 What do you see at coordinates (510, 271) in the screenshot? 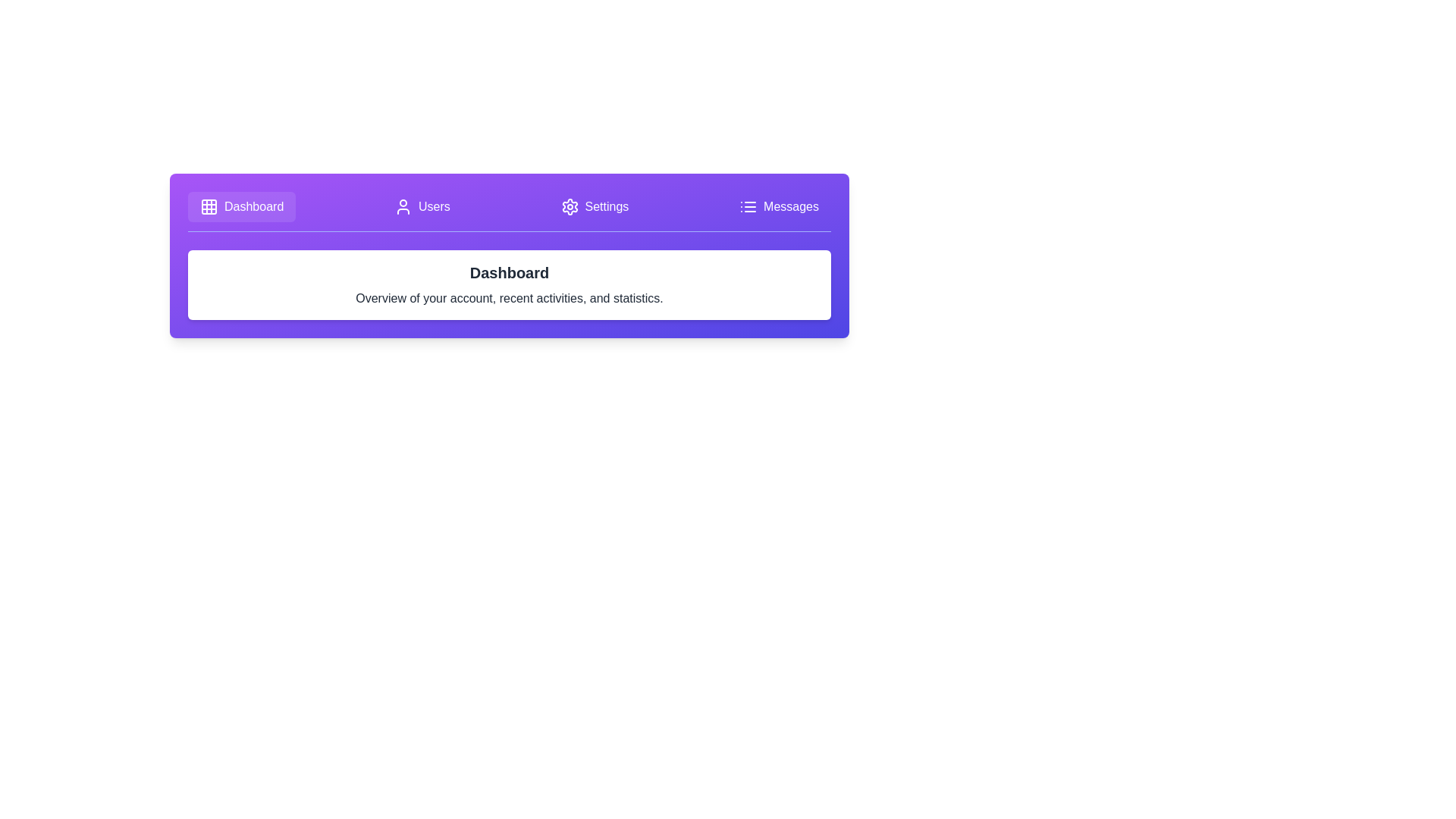
I see `the title or header text that indicates the Dashboard section of the application, located in the upper-central area of the content section` at bounding box center [510, 271].